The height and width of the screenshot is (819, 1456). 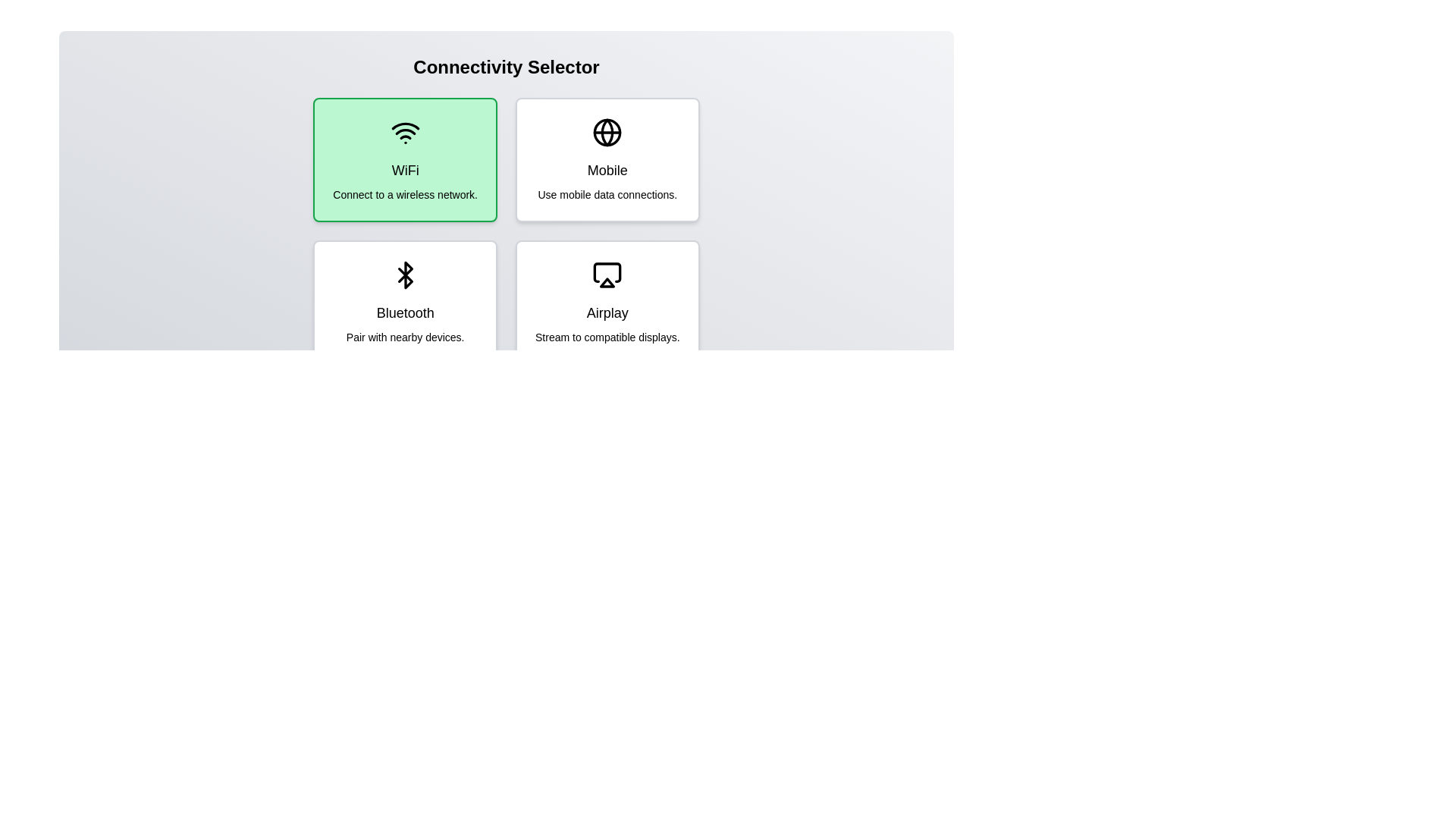 What do you see at coordinates (607, 302) in the screenshot?
I see `the connectivity option Airplay` at bounding box center [607, 302].